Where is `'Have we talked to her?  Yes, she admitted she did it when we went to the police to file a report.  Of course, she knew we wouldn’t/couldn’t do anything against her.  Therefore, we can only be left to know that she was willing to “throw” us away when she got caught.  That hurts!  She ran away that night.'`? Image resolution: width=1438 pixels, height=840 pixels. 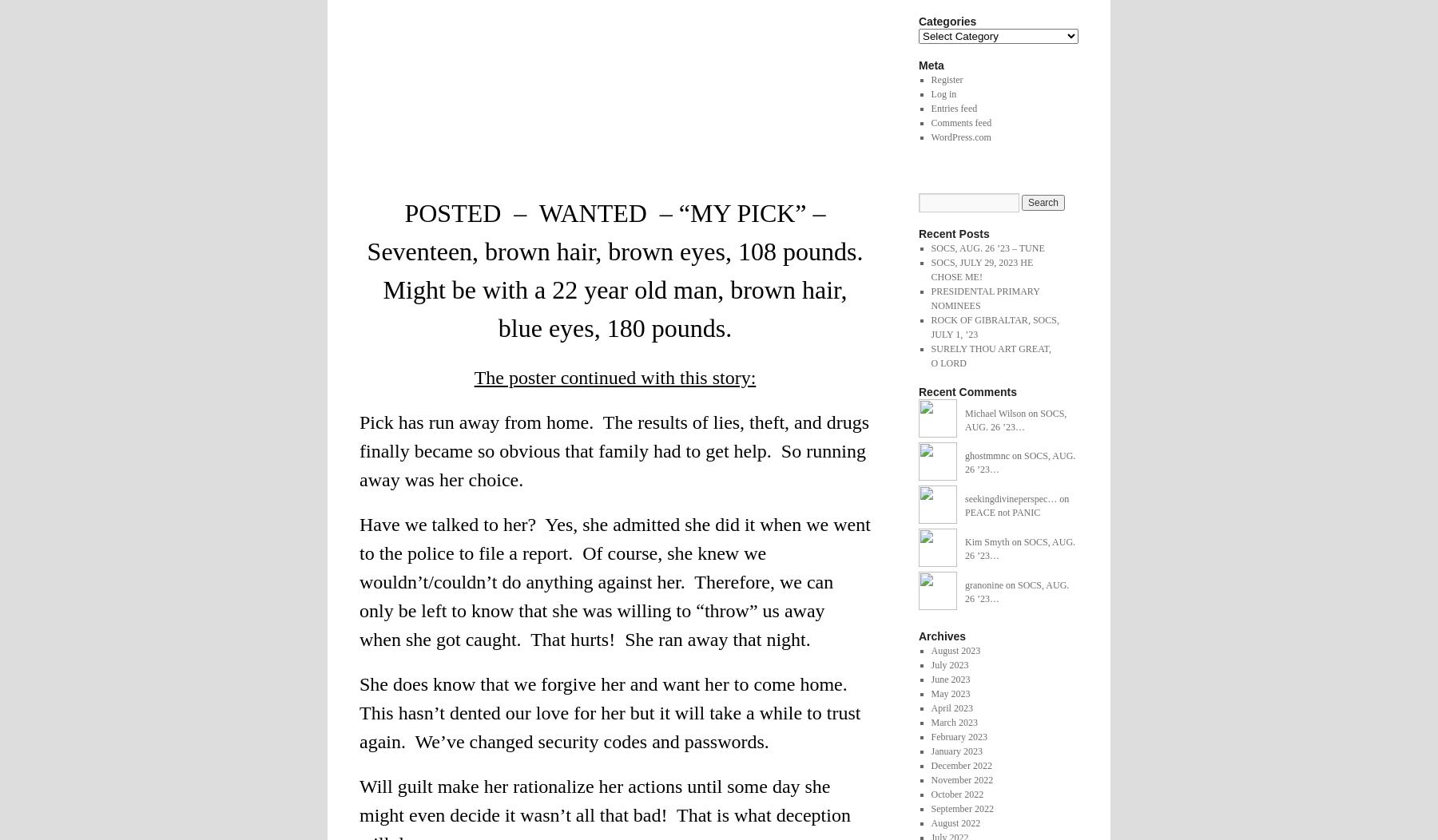 'Have we talked to her?  Yes, she admitted she did it when we went to the police to file a report.  Of course, she knew we wouldn’t/couldn’t do anything against her.  Therefore, we can only be left to know that she was willing to “throw” us away when she got caught.  That hurts!  She ran away that night.' is located at coordinates (614, 582).